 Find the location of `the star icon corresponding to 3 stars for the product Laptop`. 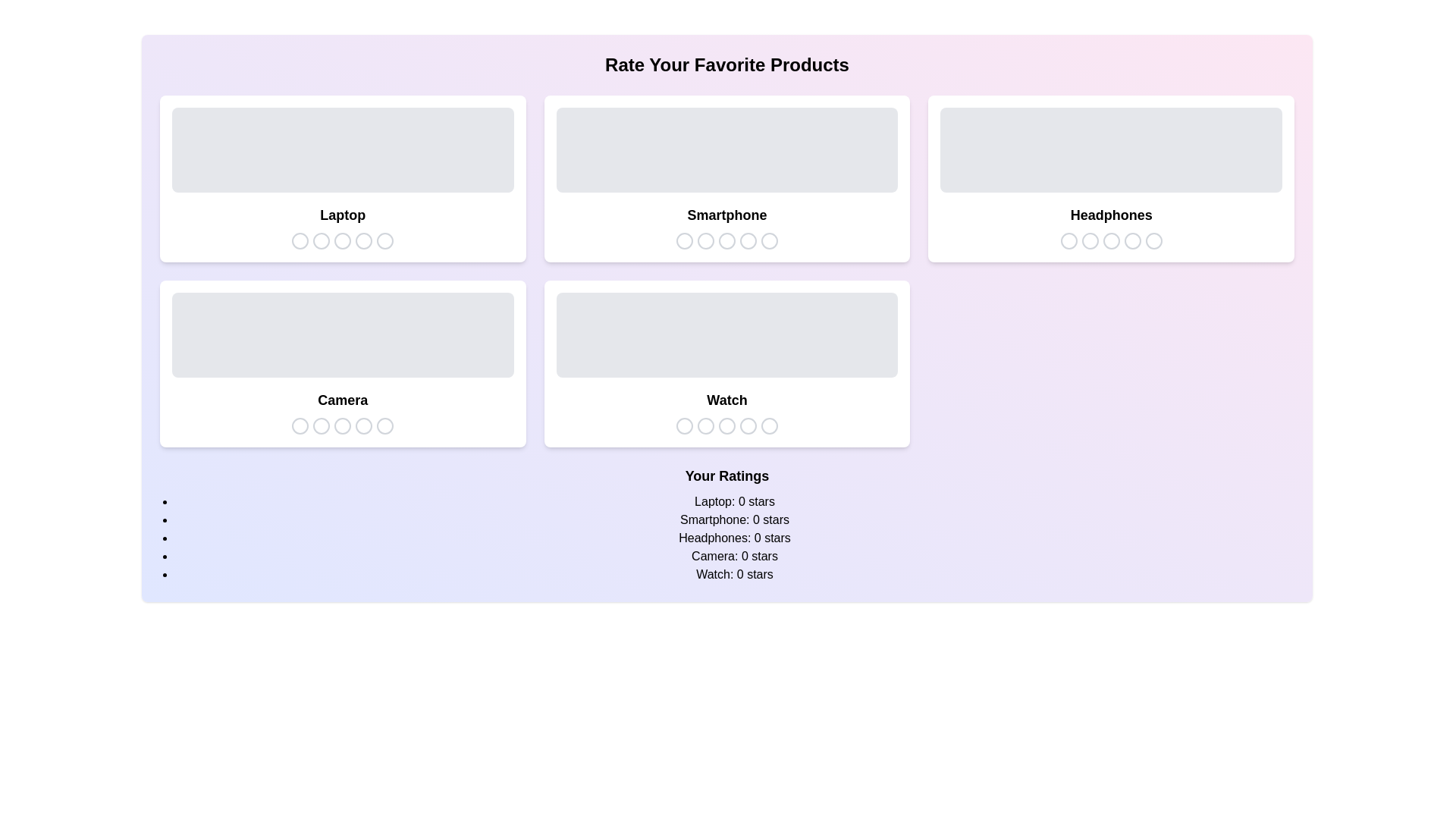

the star icon corresponding to 3 stars for the product Laptop is located at coordinates (341, 240).